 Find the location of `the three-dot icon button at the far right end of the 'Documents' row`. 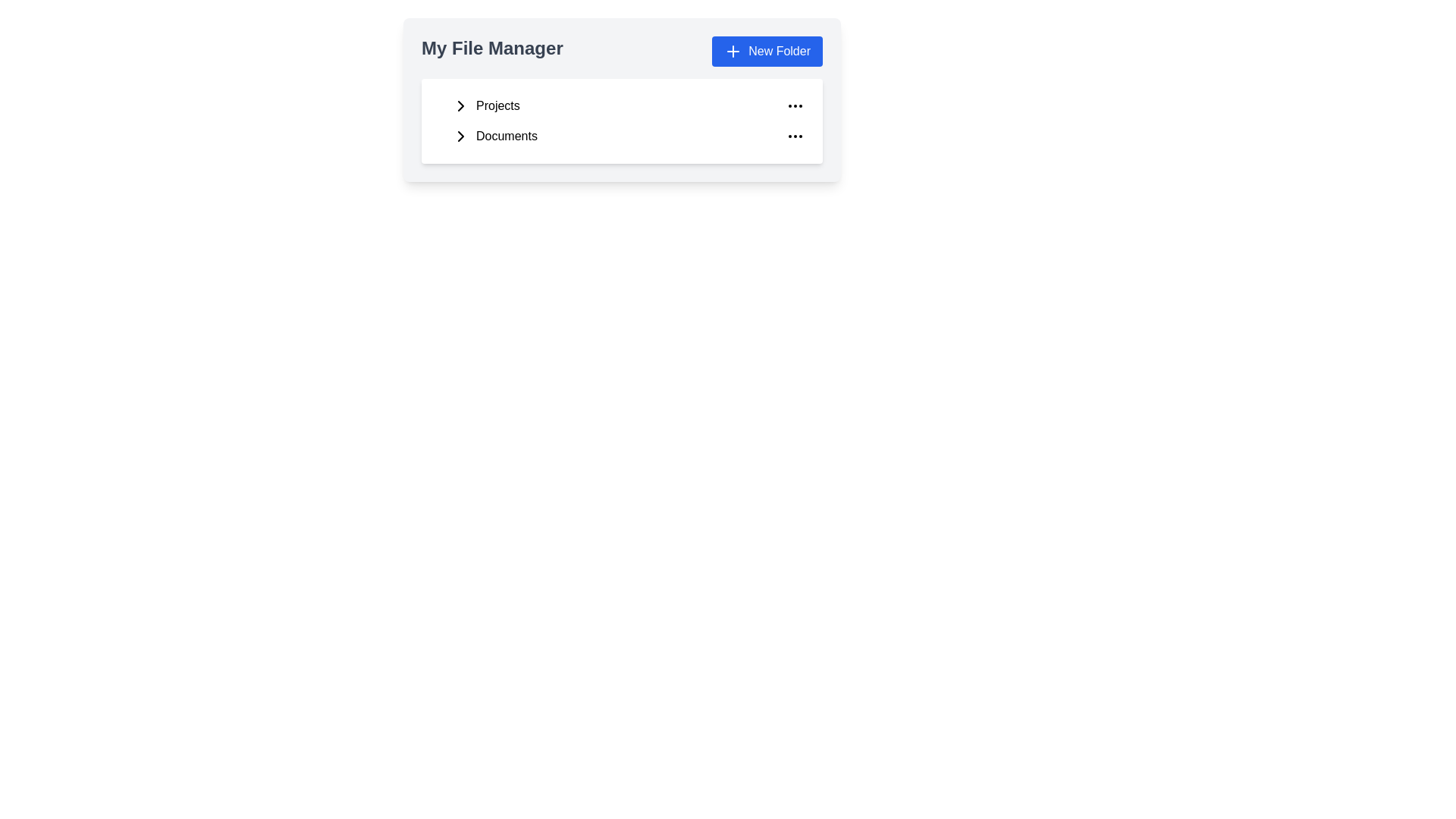

the three-dot icon button at the far right end of the 'Documents' row is located at coordinates (795, 136).